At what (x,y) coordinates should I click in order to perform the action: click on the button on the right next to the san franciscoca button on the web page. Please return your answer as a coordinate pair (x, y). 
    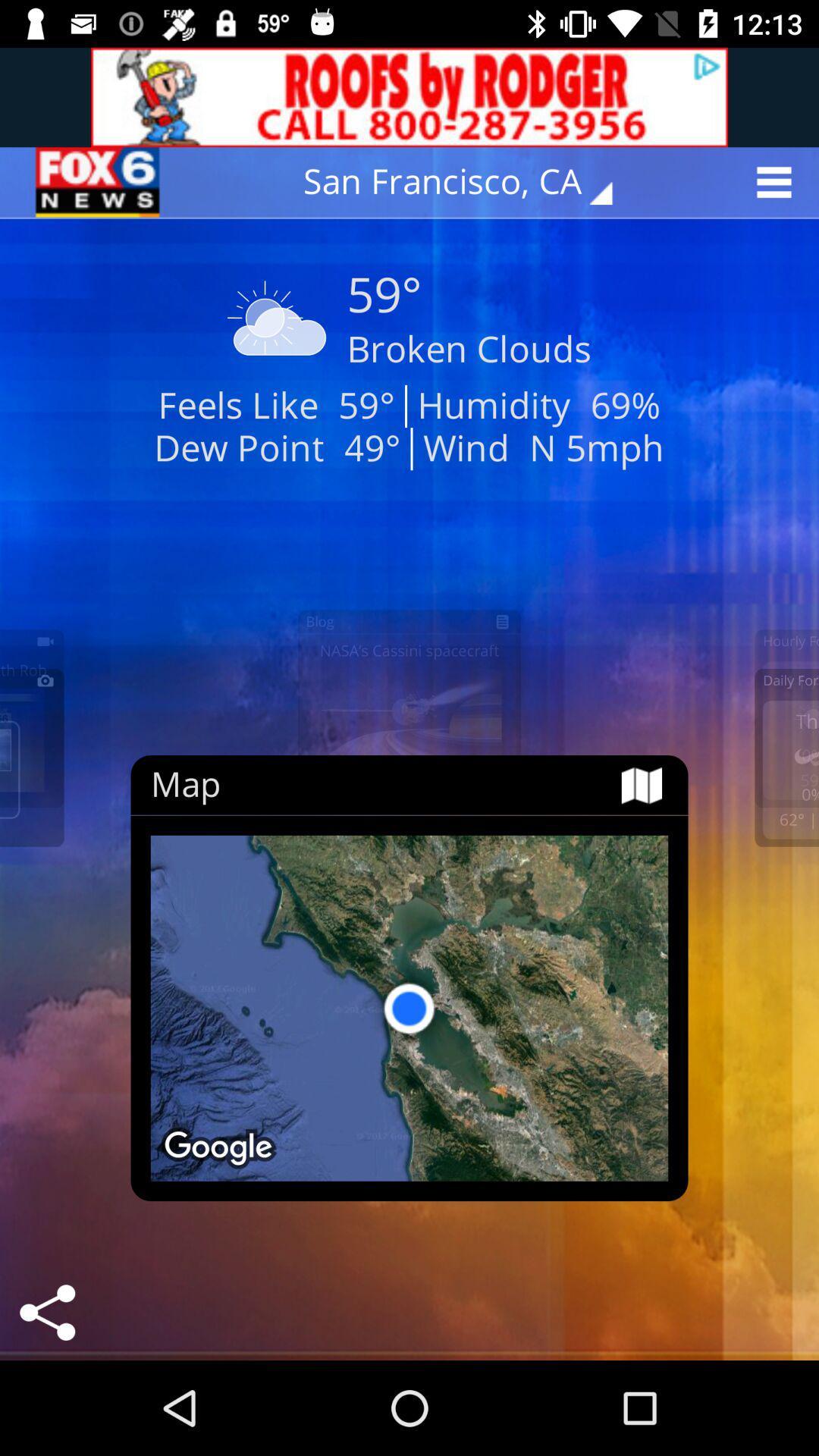
    Looking at the image, I should click on (778, 182).